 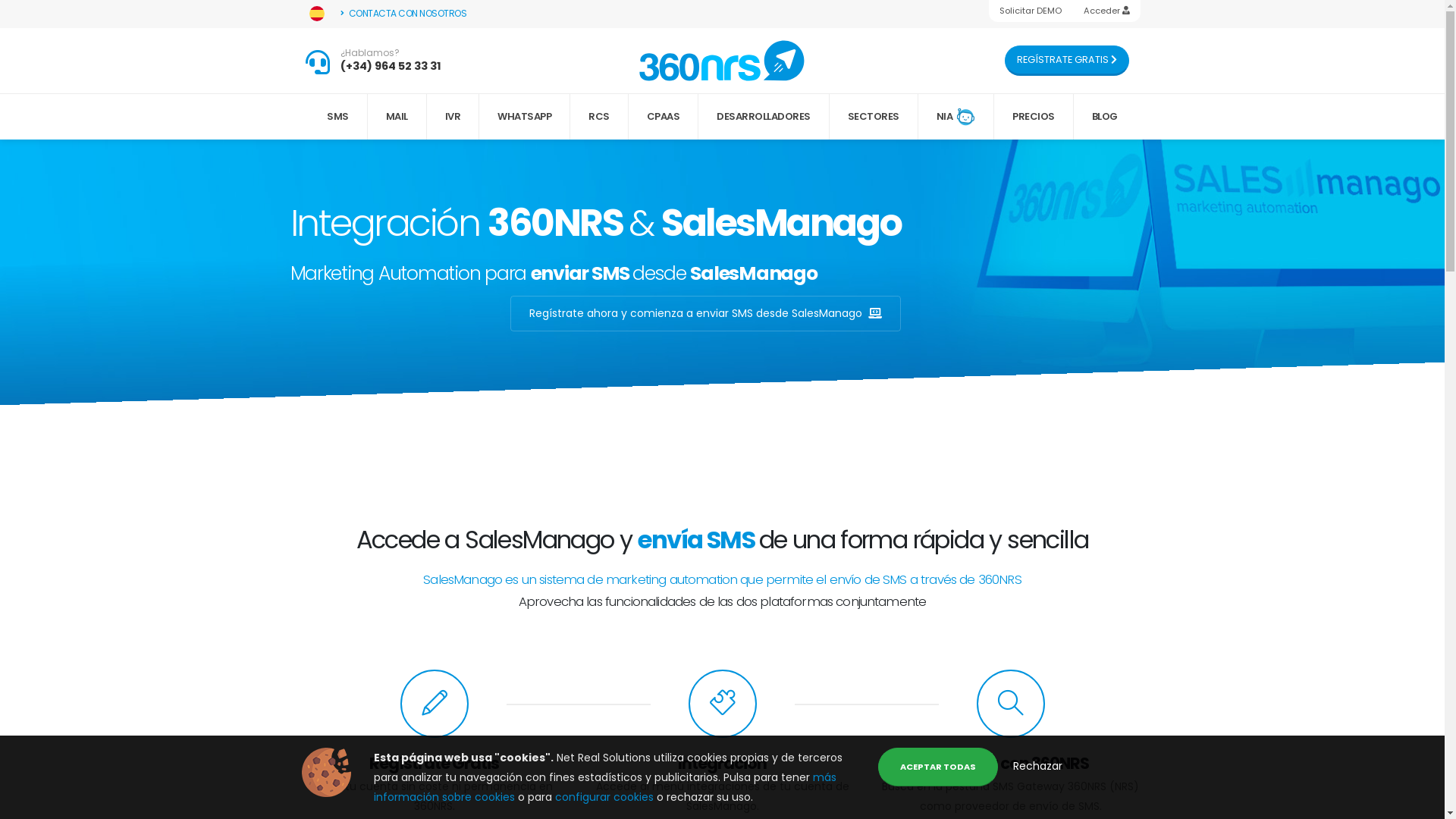 What do you see at coordinates (664, 116) in the screenshot?
I see `'CPAAS'` at bounding box center [664, 116].